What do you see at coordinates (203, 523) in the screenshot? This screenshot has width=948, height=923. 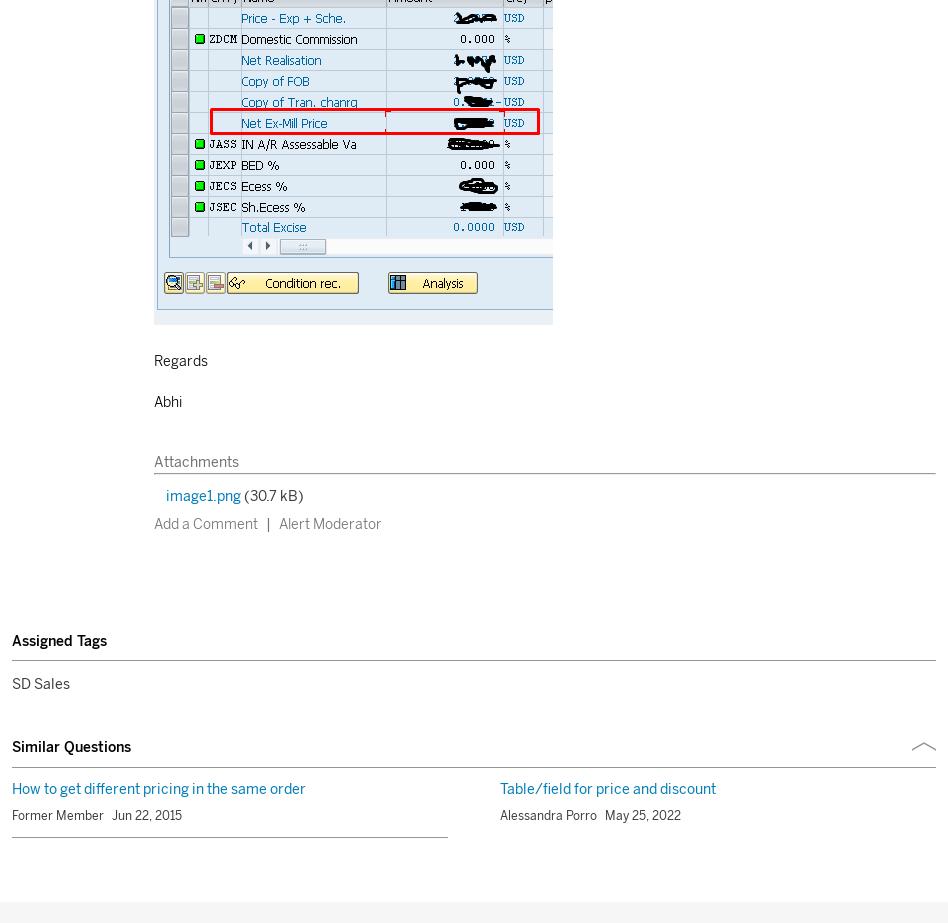 I see `'Add a Comment'` at bounding box center [203, 523].